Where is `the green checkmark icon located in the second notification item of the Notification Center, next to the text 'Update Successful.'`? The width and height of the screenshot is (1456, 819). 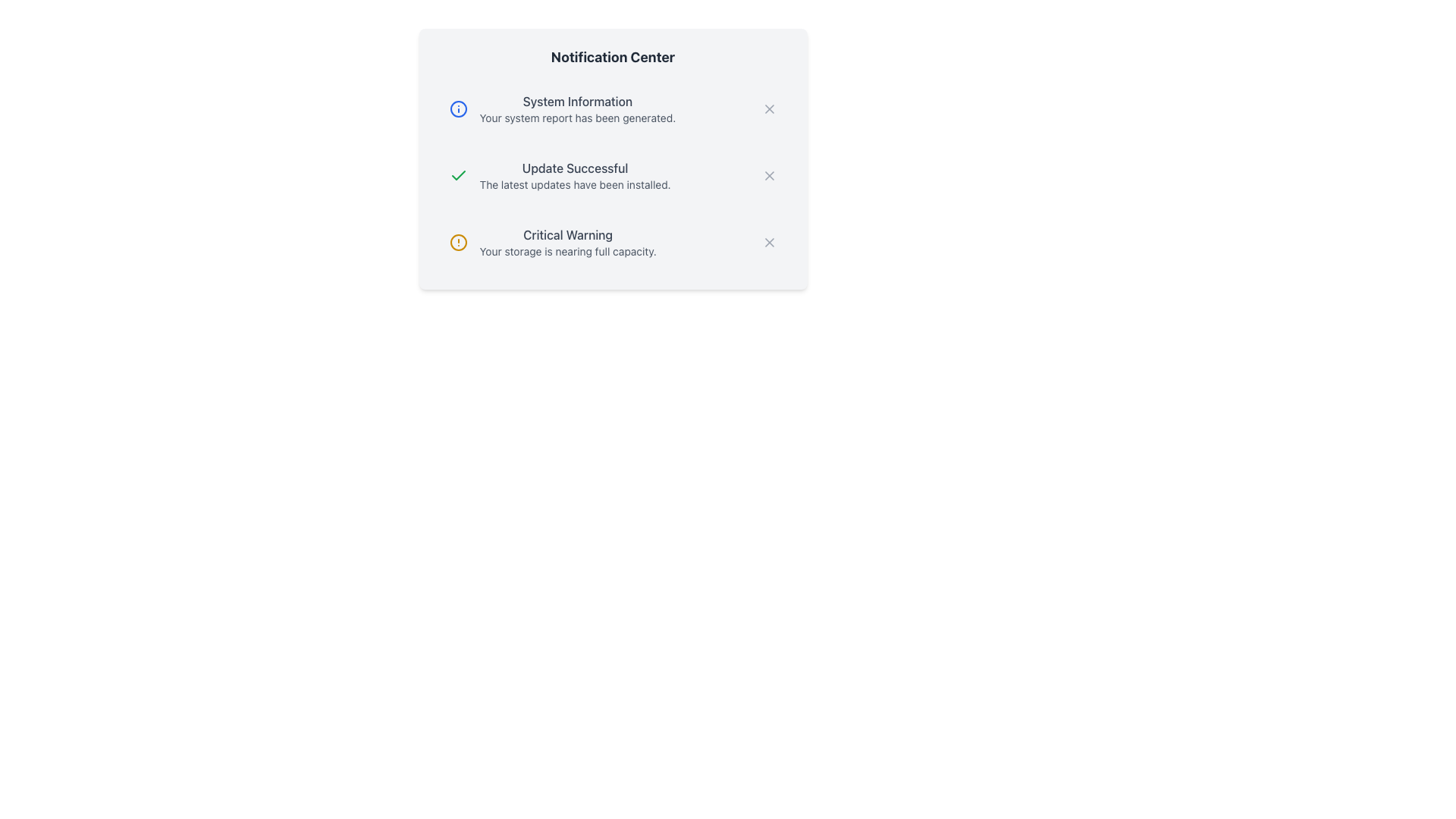
the green checkmark icon located in the second notification item of the Notification Center, next to the text 'Update Successful.' is located at coordinates (457, 174).